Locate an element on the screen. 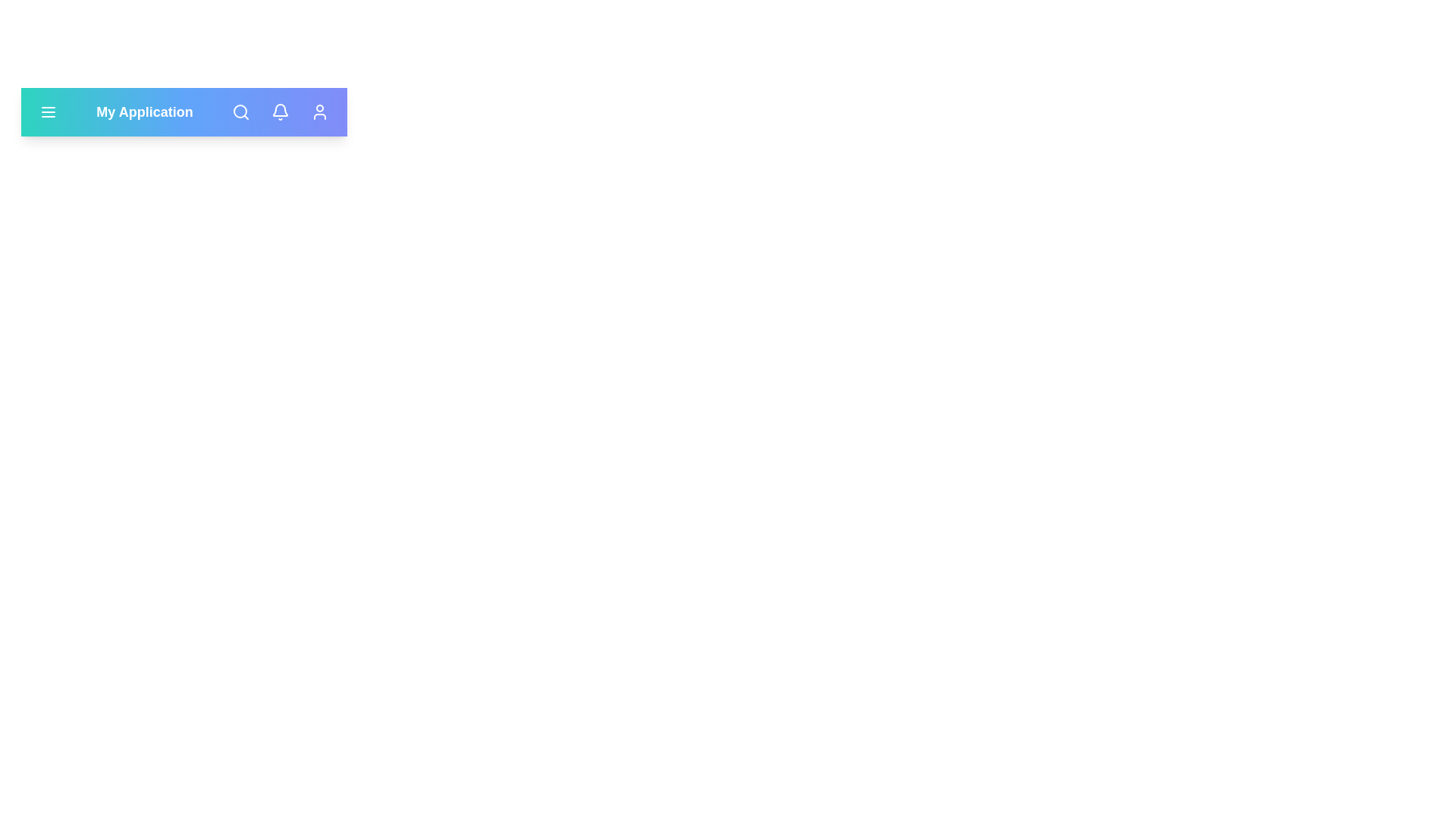 This screenshot has height=819, width=1456. the search button to toggle the search input field is located at coordinates (240, 111).